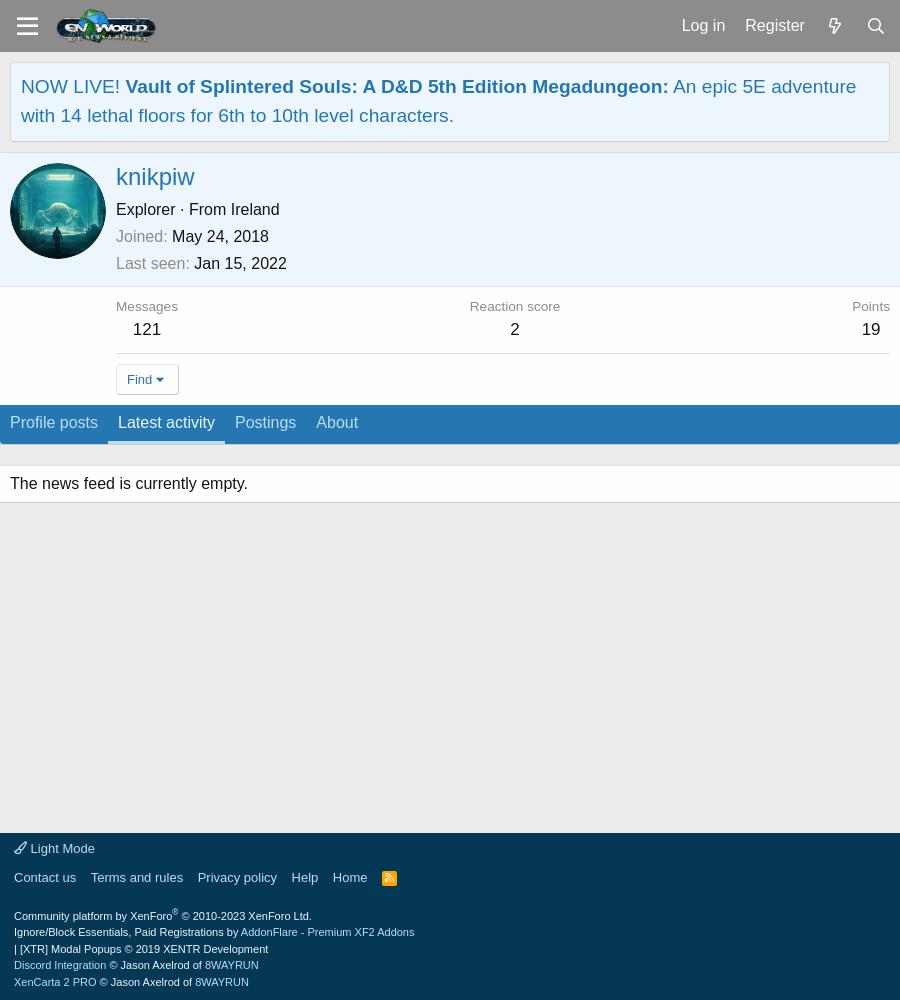  What do you see at coordinates (19, 99) in the screenshot?
I see `'An epic 5E adventure with 14 lethal floors for 6th to 10th level characters.'` at bounding box center [19, 99].